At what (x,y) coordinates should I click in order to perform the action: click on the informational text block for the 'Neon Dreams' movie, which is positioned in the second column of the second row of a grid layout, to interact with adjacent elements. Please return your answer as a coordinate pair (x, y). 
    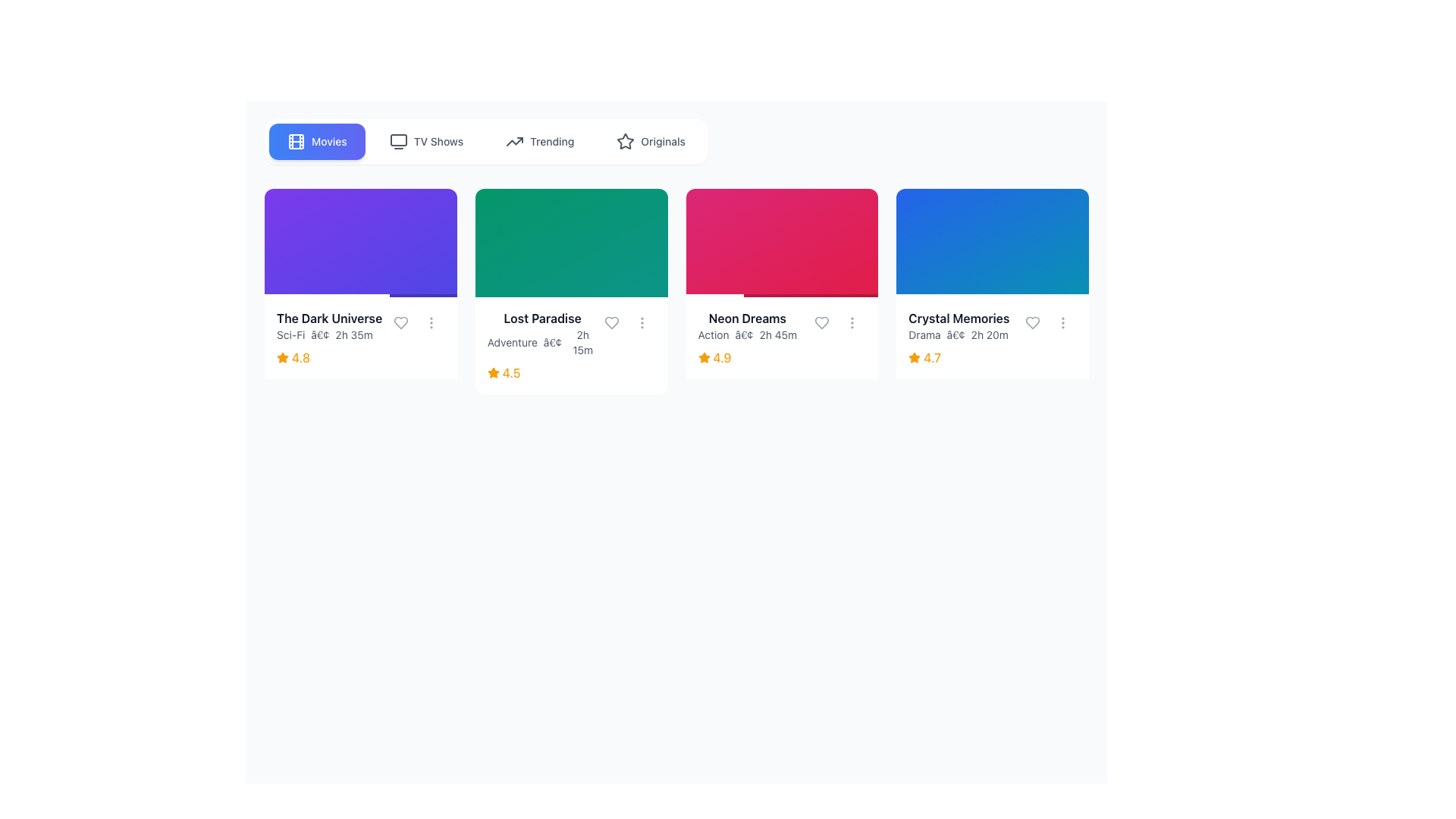
    Looking at the image, I should click on (782, 325).